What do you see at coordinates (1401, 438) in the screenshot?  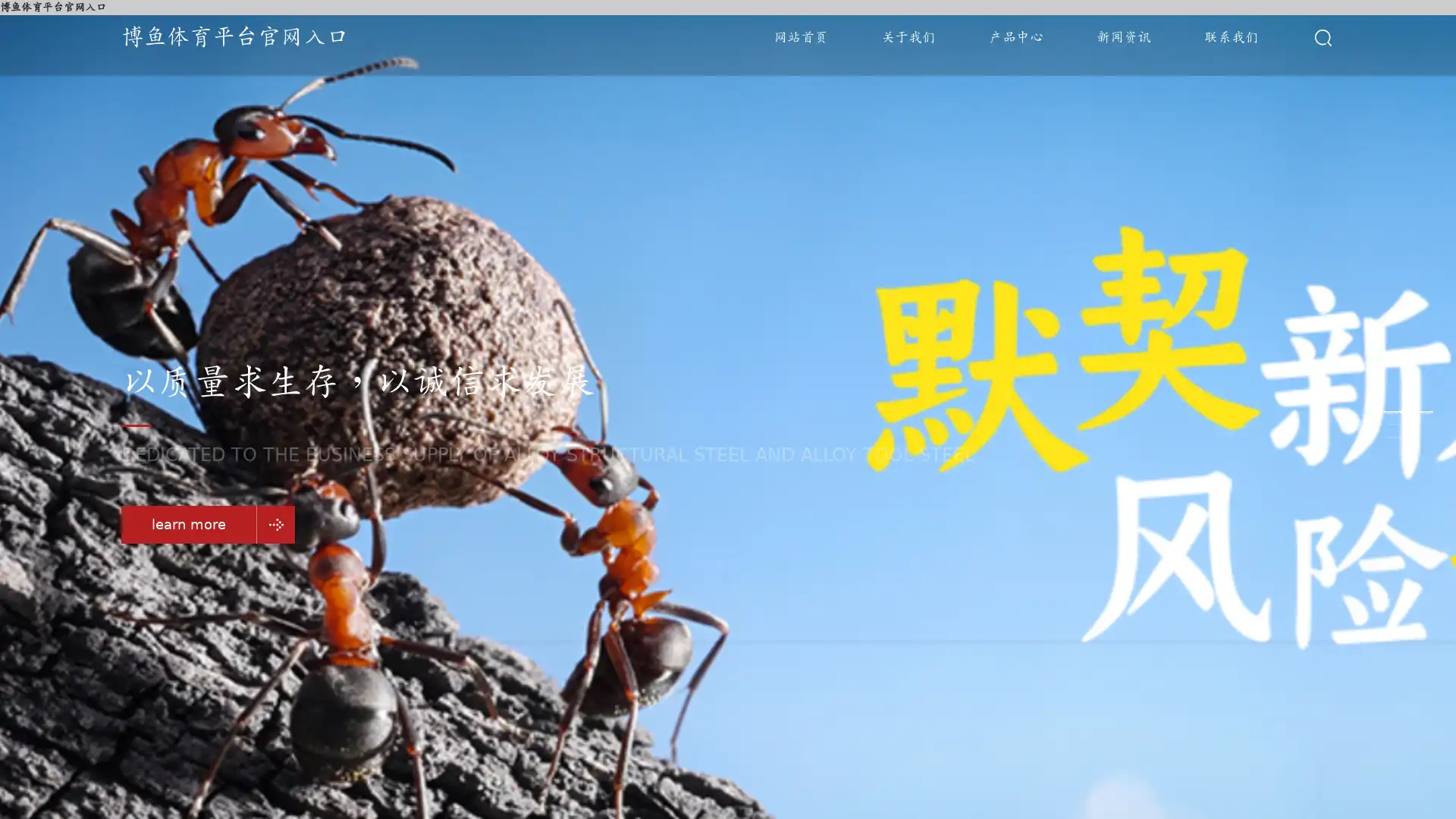 I see `Go to slide 3` at bounding box center [1401, 438].